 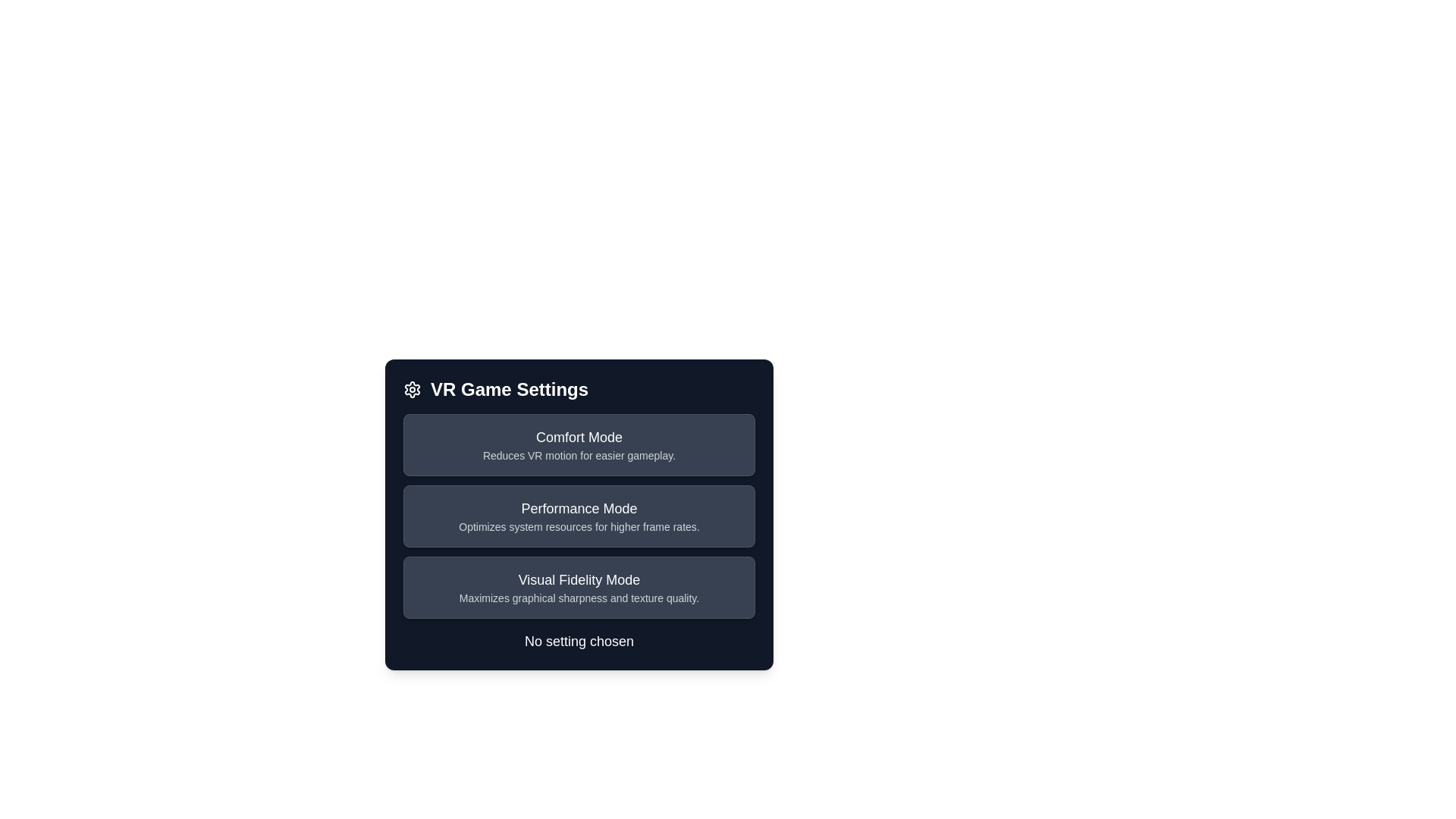 What do you see at coordinates (578, 526) in the screenshot?
I see `the descriptive label explaining the functionality of the 'Performance Mode' setting, located beneath its title in the 'VR Game Settings' interface` at bounding box center [578, 526].